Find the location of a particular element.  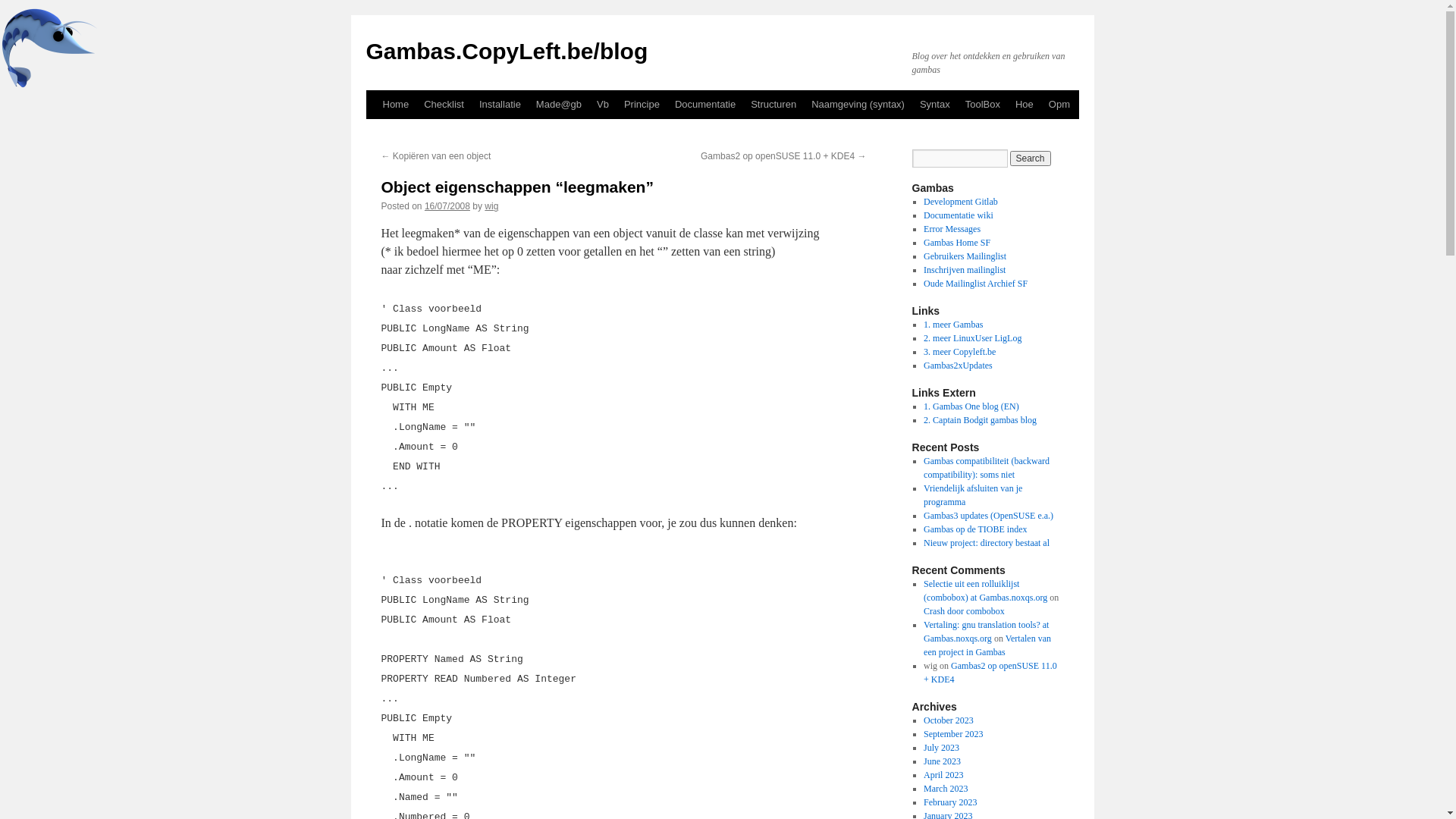

'Structuren' is located at coordinates (742, 104).